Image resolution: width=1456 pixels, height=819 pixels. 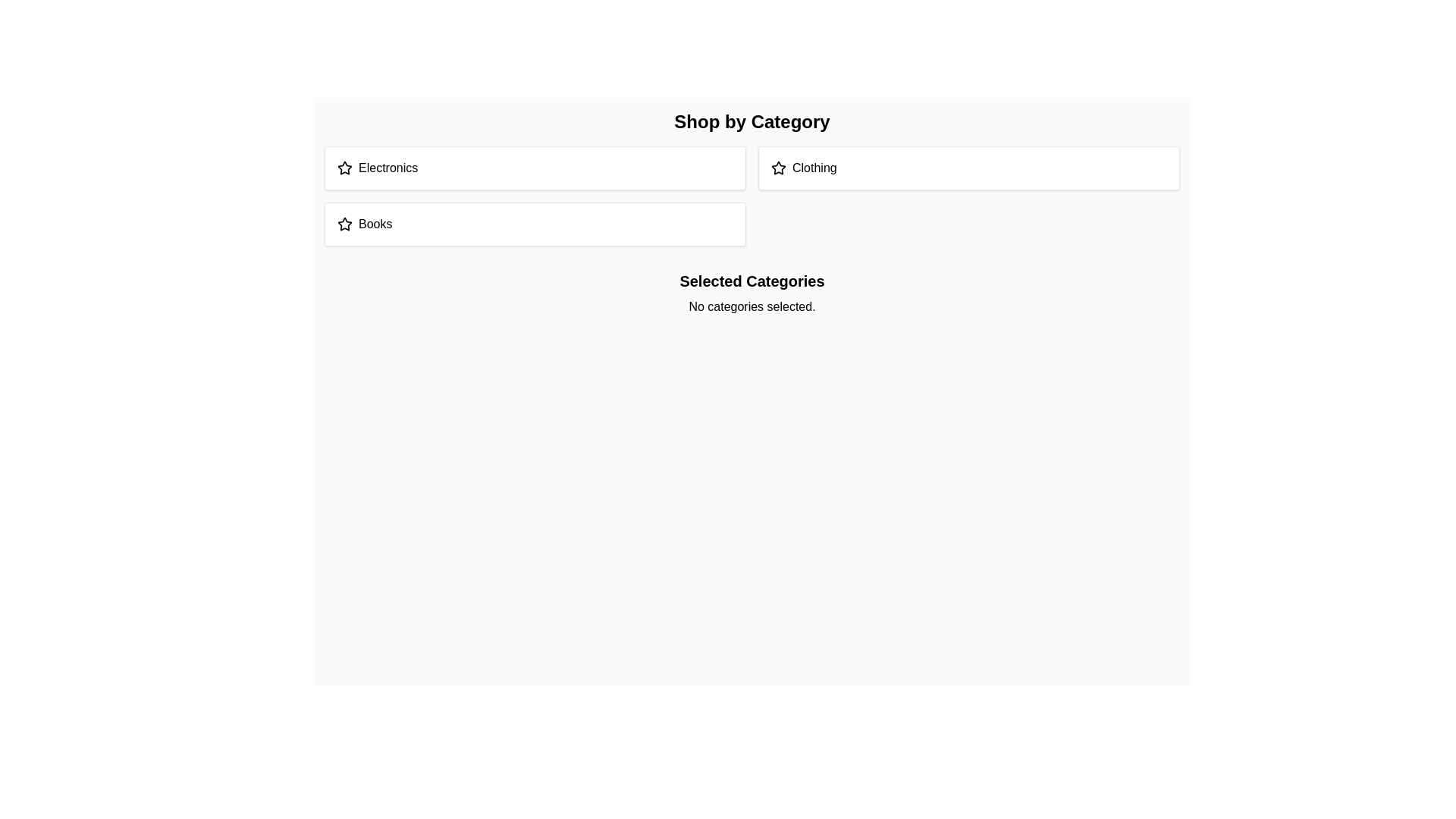 I want to click on the star icon located next, so click(x=778, y=167).